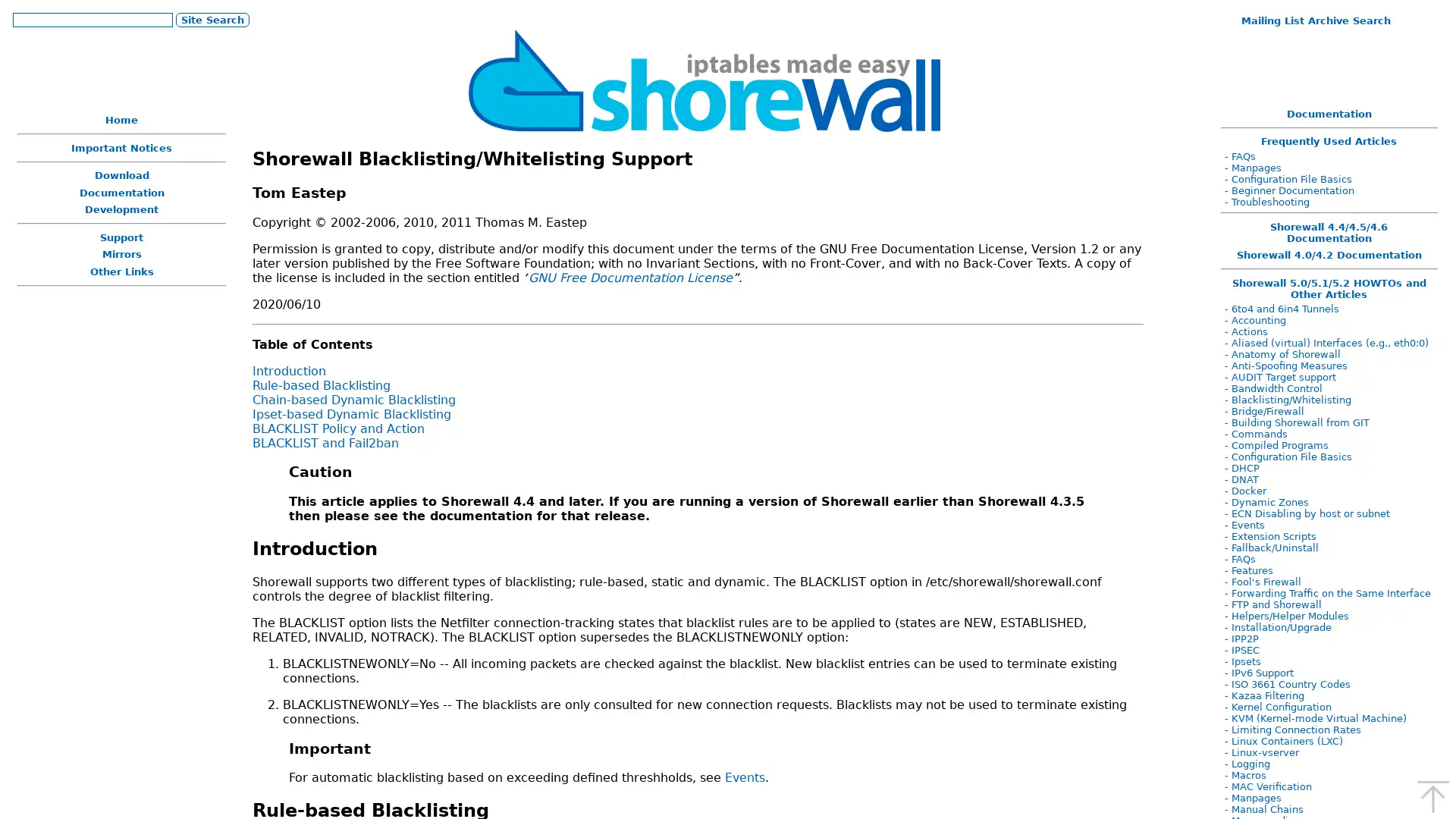 This screenshot has width=1456, height=819. What do you see at coordinates (211, 19) in the screenshot?
I see `Site Search` at bounding box center [211, 19].